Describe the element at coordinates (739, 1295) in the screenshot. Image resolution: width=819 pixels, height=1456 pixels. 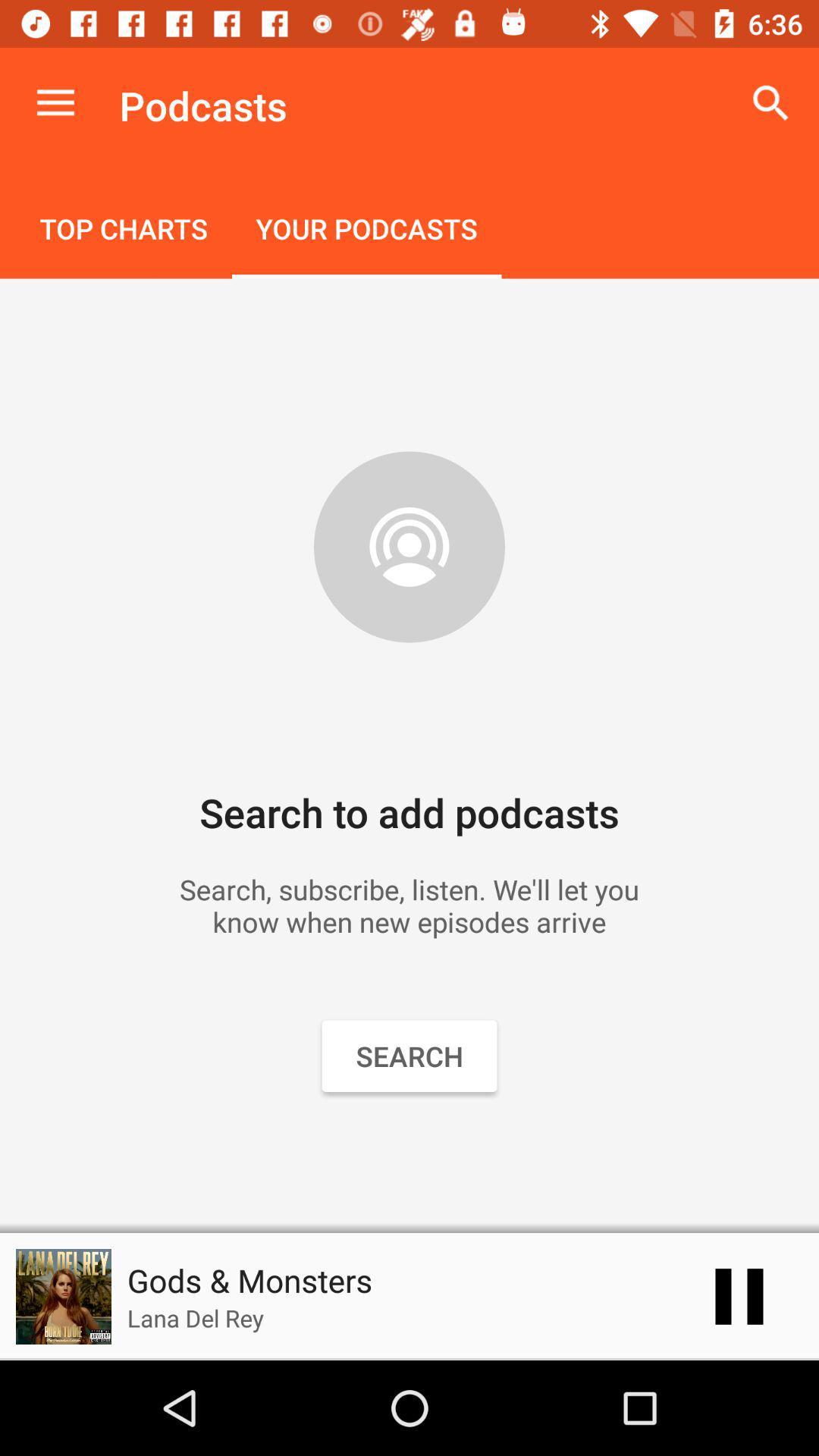
I see `the item at the bottom right corner` at that location.